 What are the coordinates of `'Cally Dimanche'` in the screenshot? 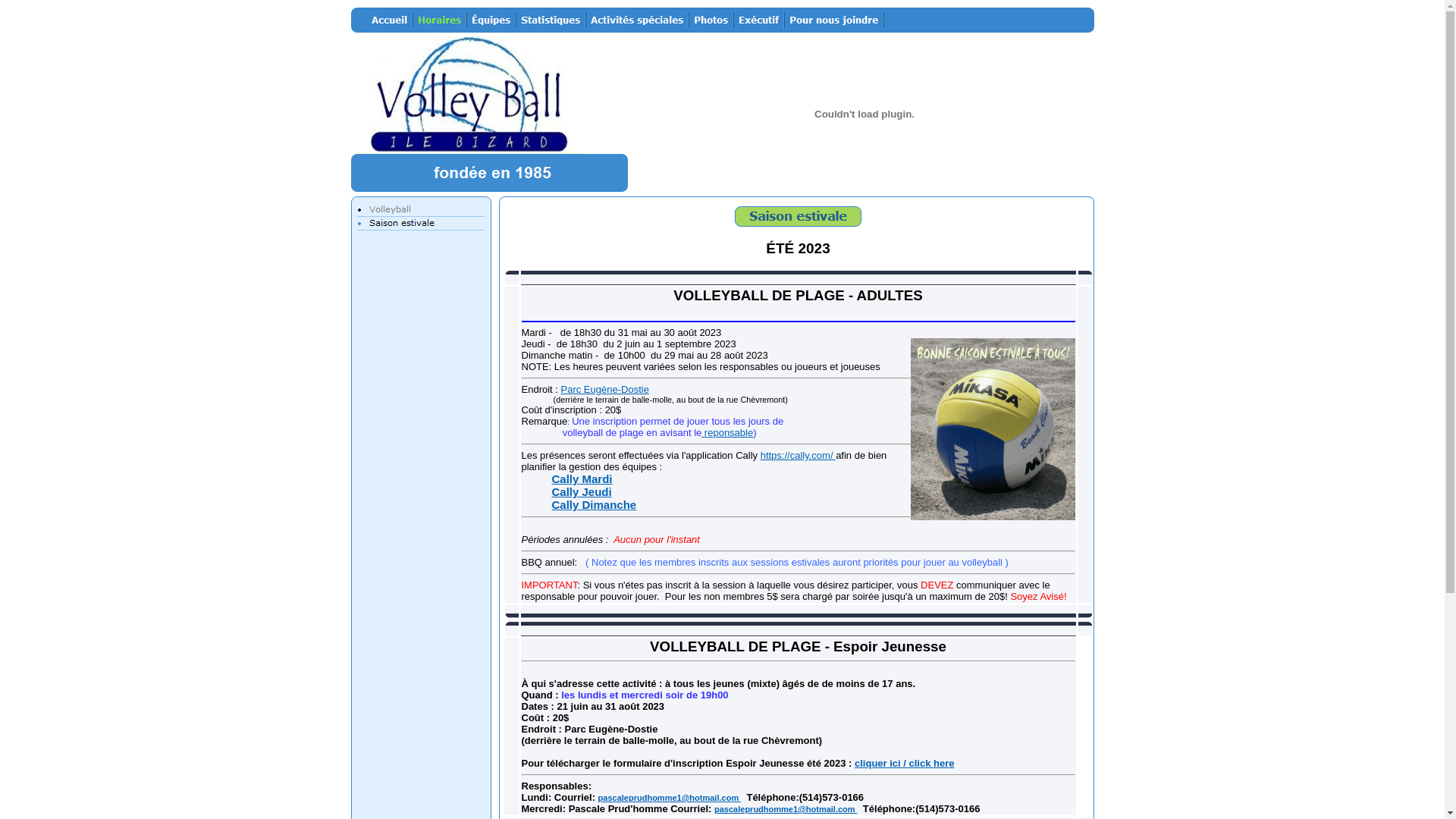 It's located at (593, 504).